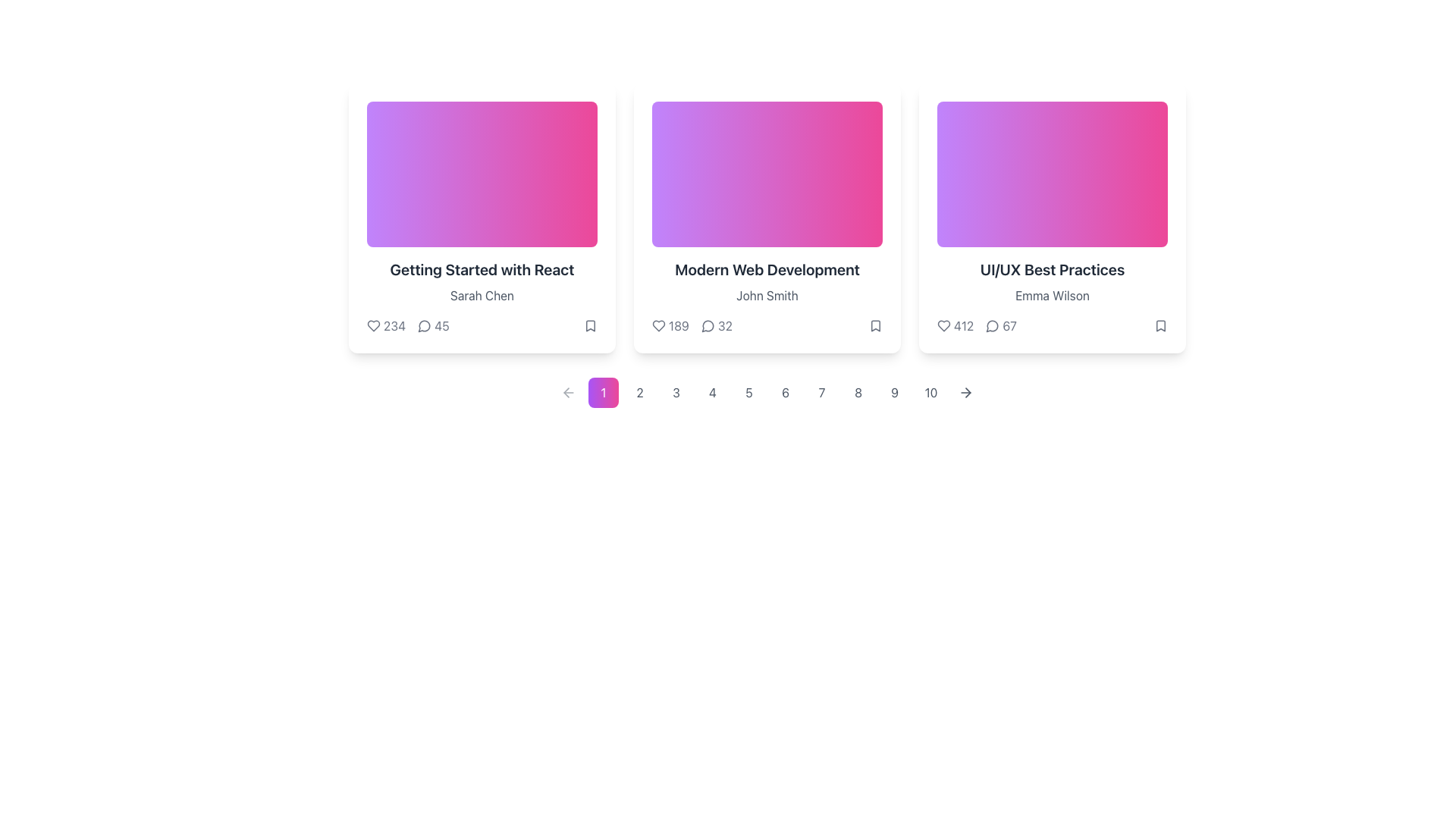  What do you see at coordinates (749, 391) in the screenshot?
I see `the circular button with a light gray background and the number '5' centered in gray text, which is the fifth button in the pagination control series, for a visual style change` at bounding box center [749, 391].